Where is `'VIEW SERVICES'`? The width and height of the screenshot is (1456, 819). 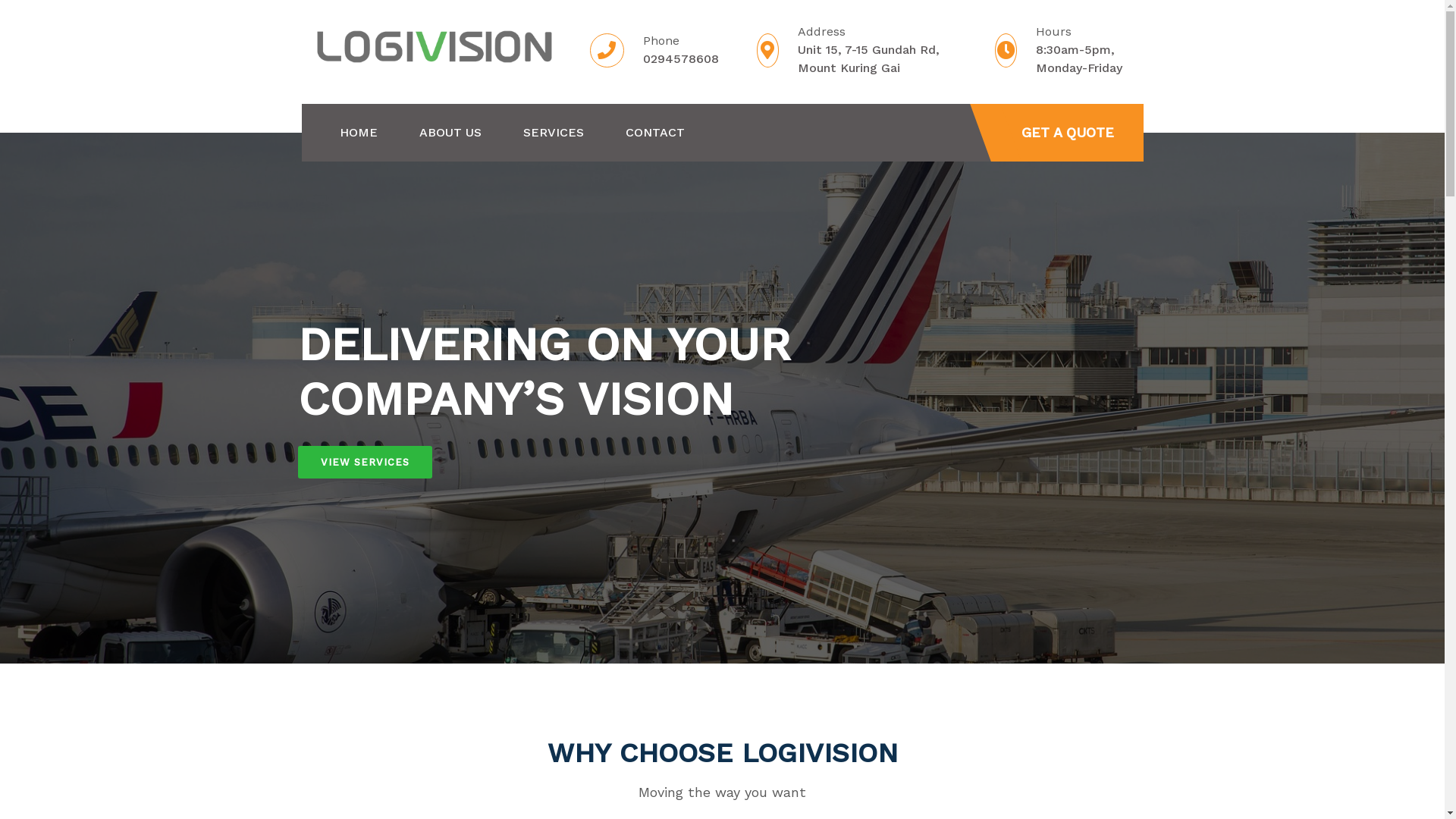
'VIEW SERVICES' is located at coordinates (297, 461).